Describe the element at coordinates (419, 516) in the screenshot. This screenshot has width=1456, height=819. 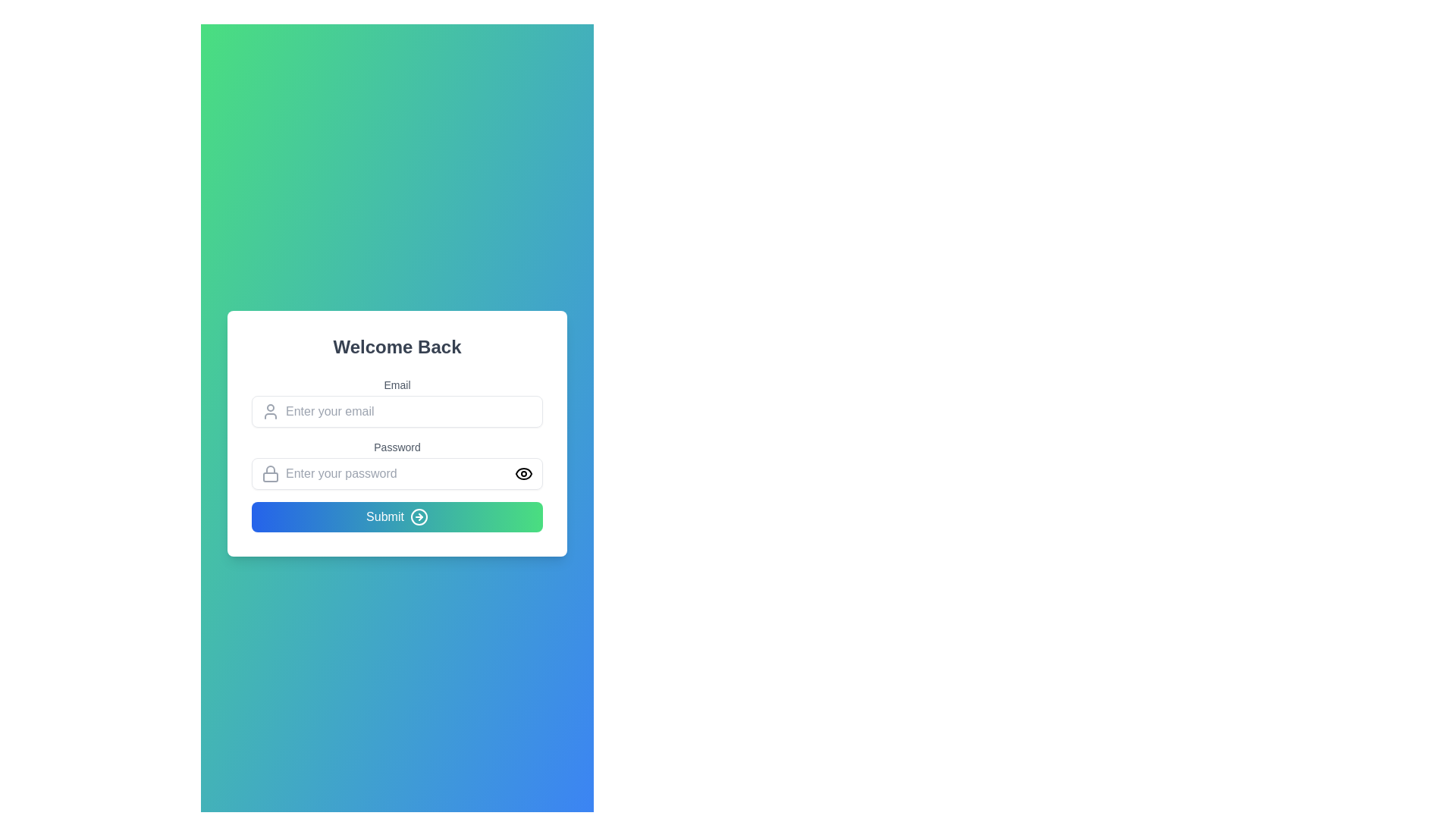
I see `the circular vector graphic component that is part of the arrow icon located just to the right of the 'Submit' button in the login form` at that location.